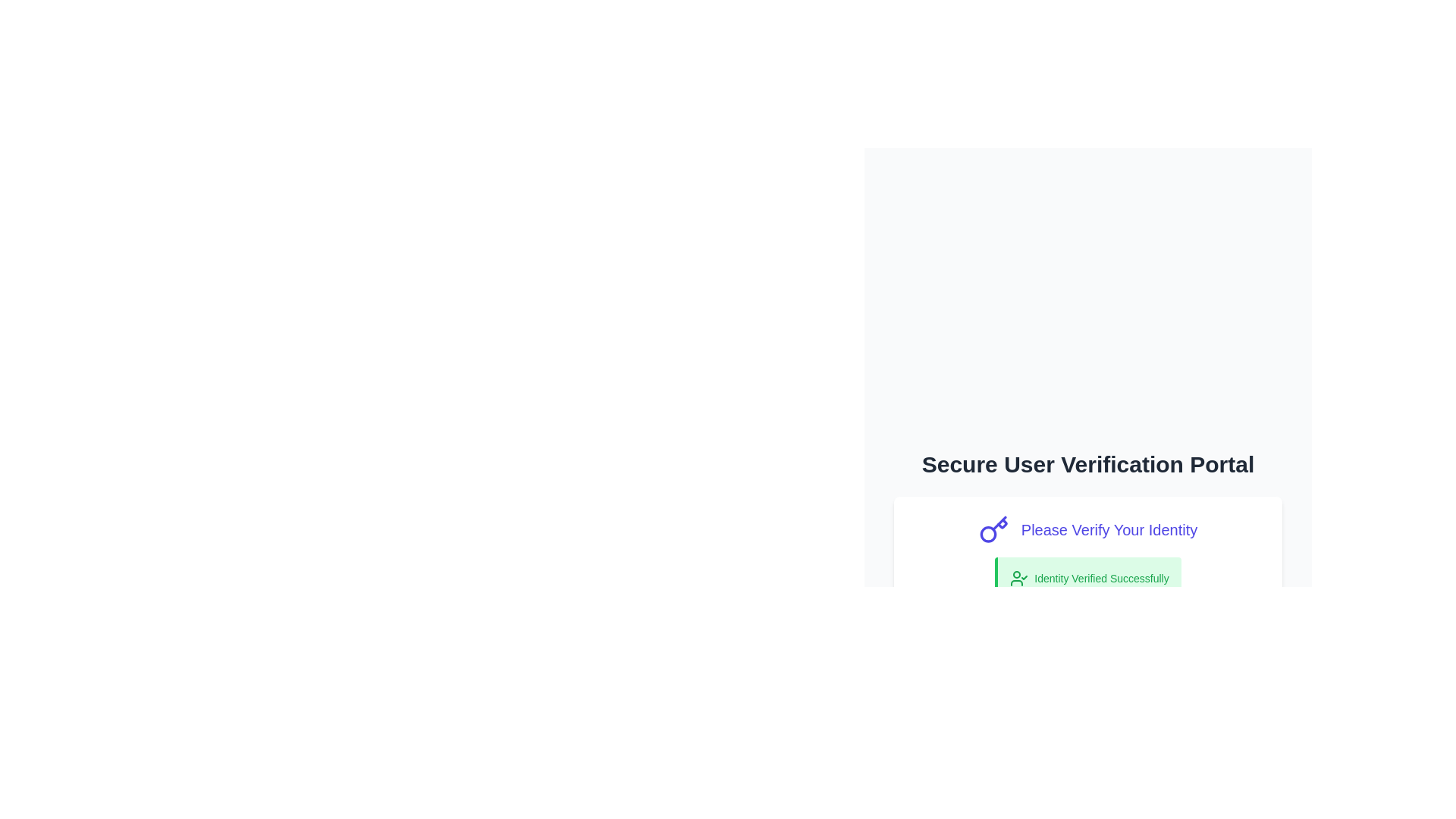 This screenshot has width=1456, height=819. What do you see at coordinates (1087, 579) in the screenshot?
I see `the Banner notification that informs the user of successful identity verification, located centrally below the 'Please Verify Your Identity' text` at bounding box center [1087, 579].